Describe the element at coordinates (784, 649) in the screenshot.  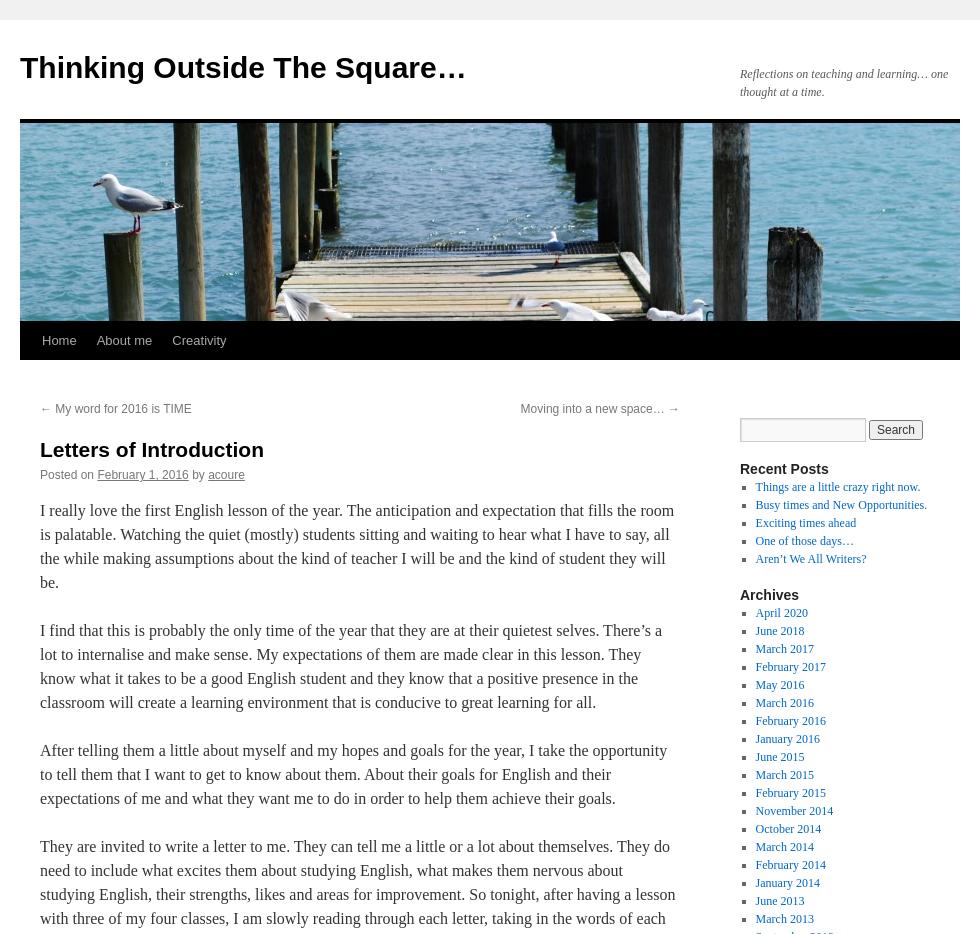
I see `'March 2017'` at that location.